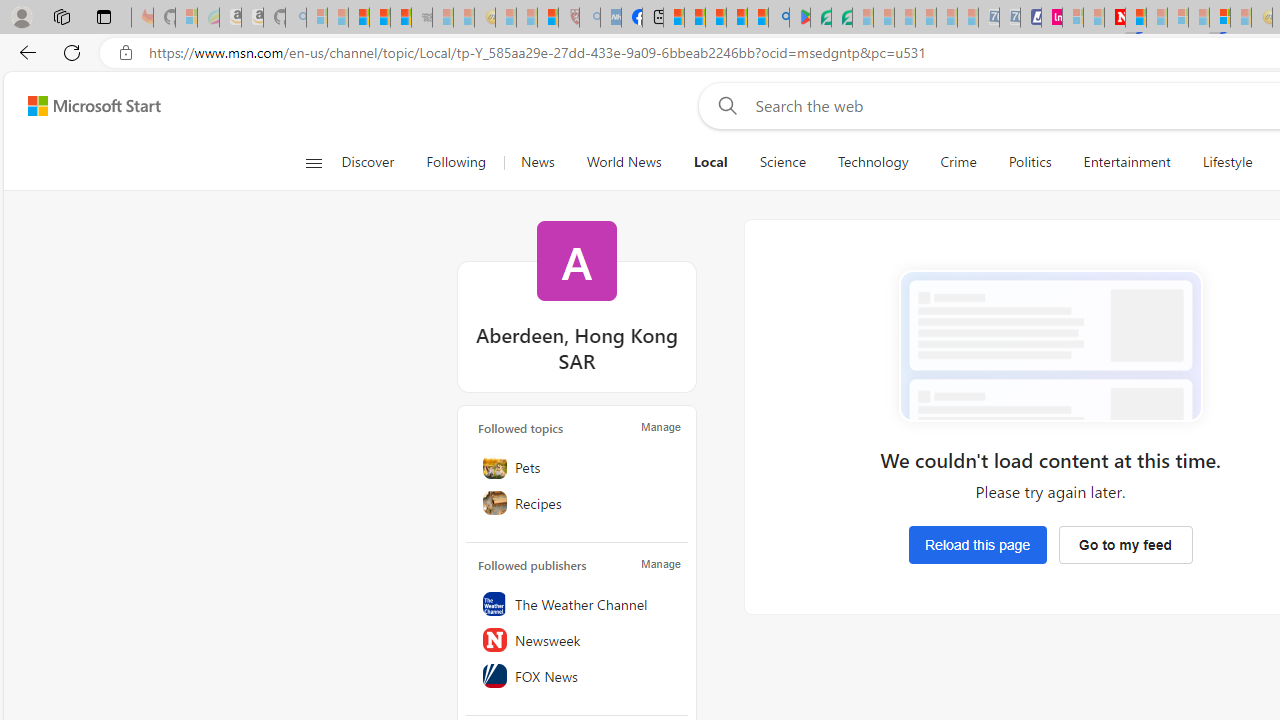 This screenshot has width=1280, height=720. Describe the element at coordinates (1226, 162) in the screenshot. I see `'Lifestyle'` at that location.